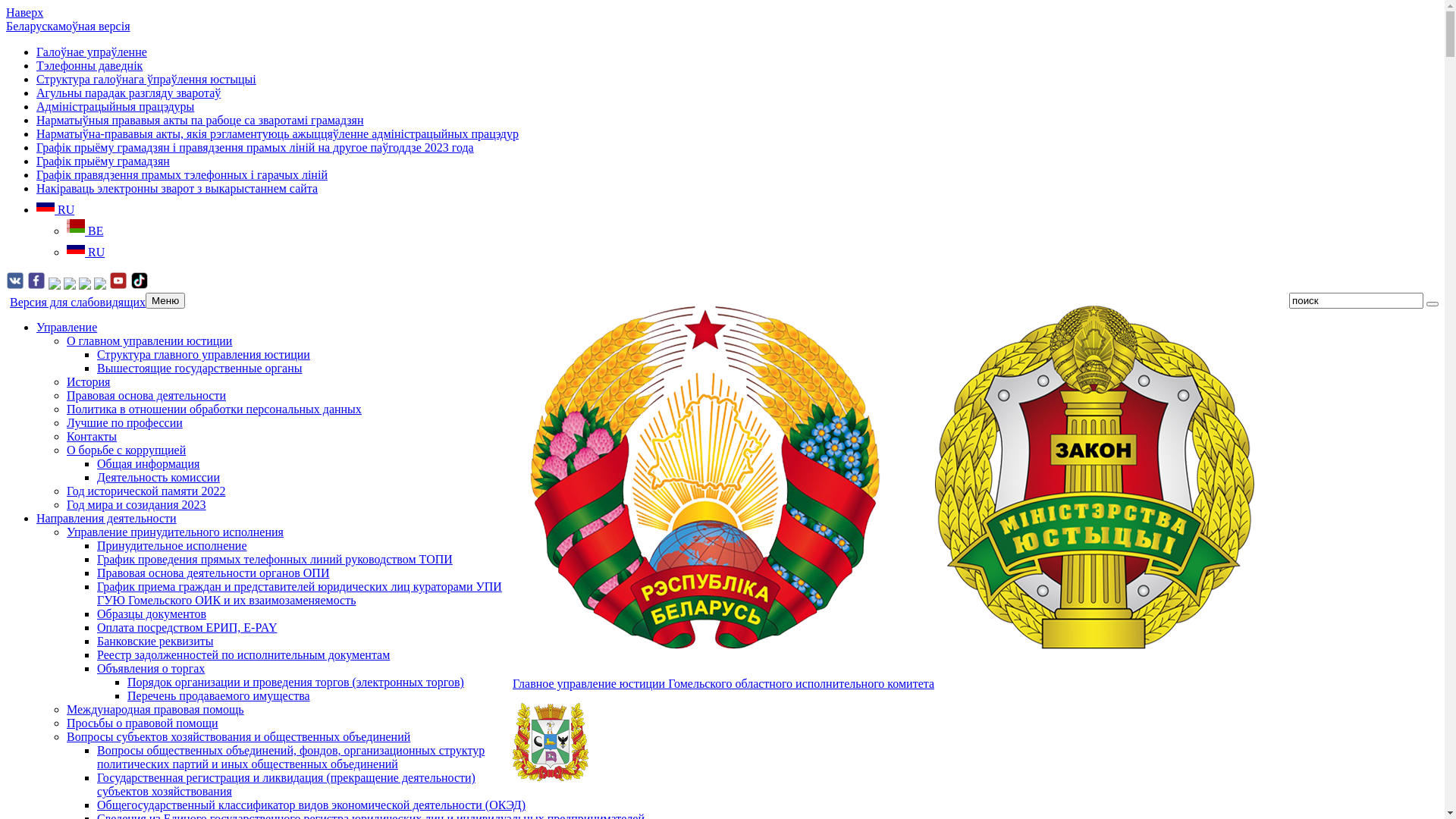 The height and width of the screenshot is (819, 1456). What do you see at coordinates (85, 251) in the screenshot?
I see `'RU'` at bounding box center [85, 251].